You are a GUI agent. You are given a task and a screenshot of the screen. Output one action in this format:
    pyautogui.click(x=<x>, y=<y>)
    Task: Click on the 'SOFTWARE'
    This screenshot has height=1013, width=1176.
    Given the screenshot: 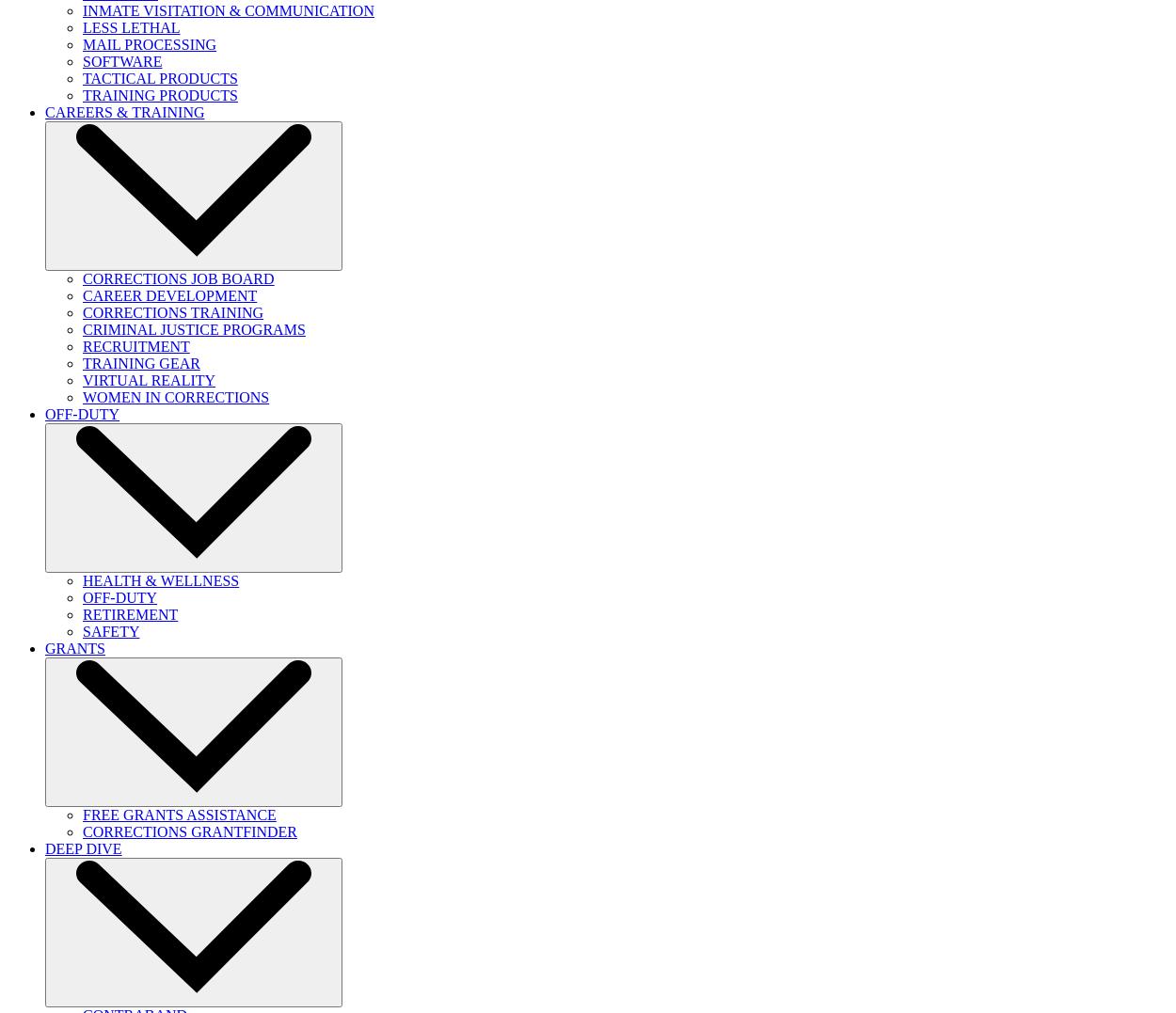 What is the action you would take?
    pyautogui.click(x=122, y=61)
    